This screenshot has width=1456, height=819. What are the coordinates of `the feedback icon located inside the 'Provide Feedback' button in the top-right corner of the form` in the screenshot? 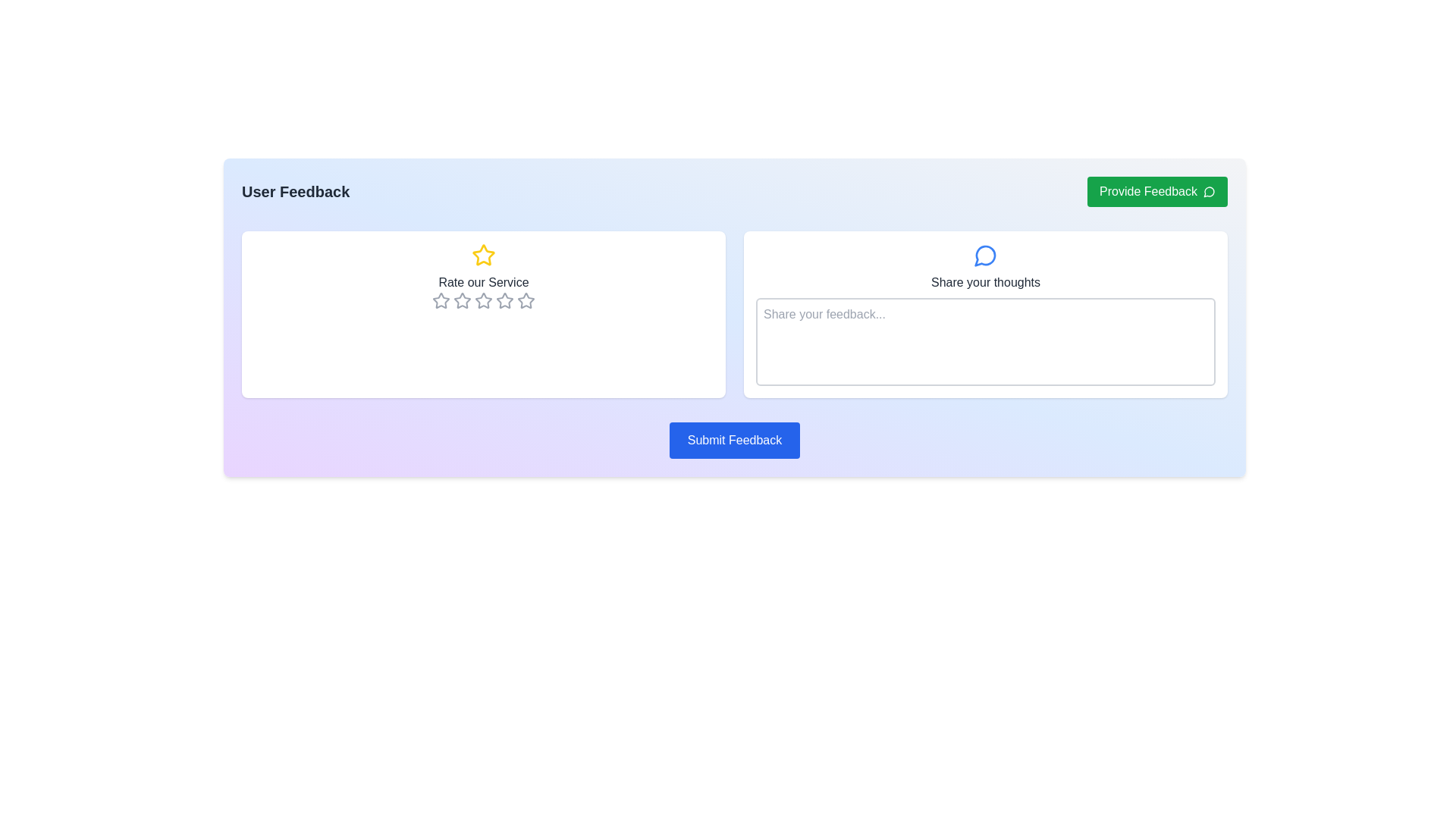 It's located at (1208, 191).